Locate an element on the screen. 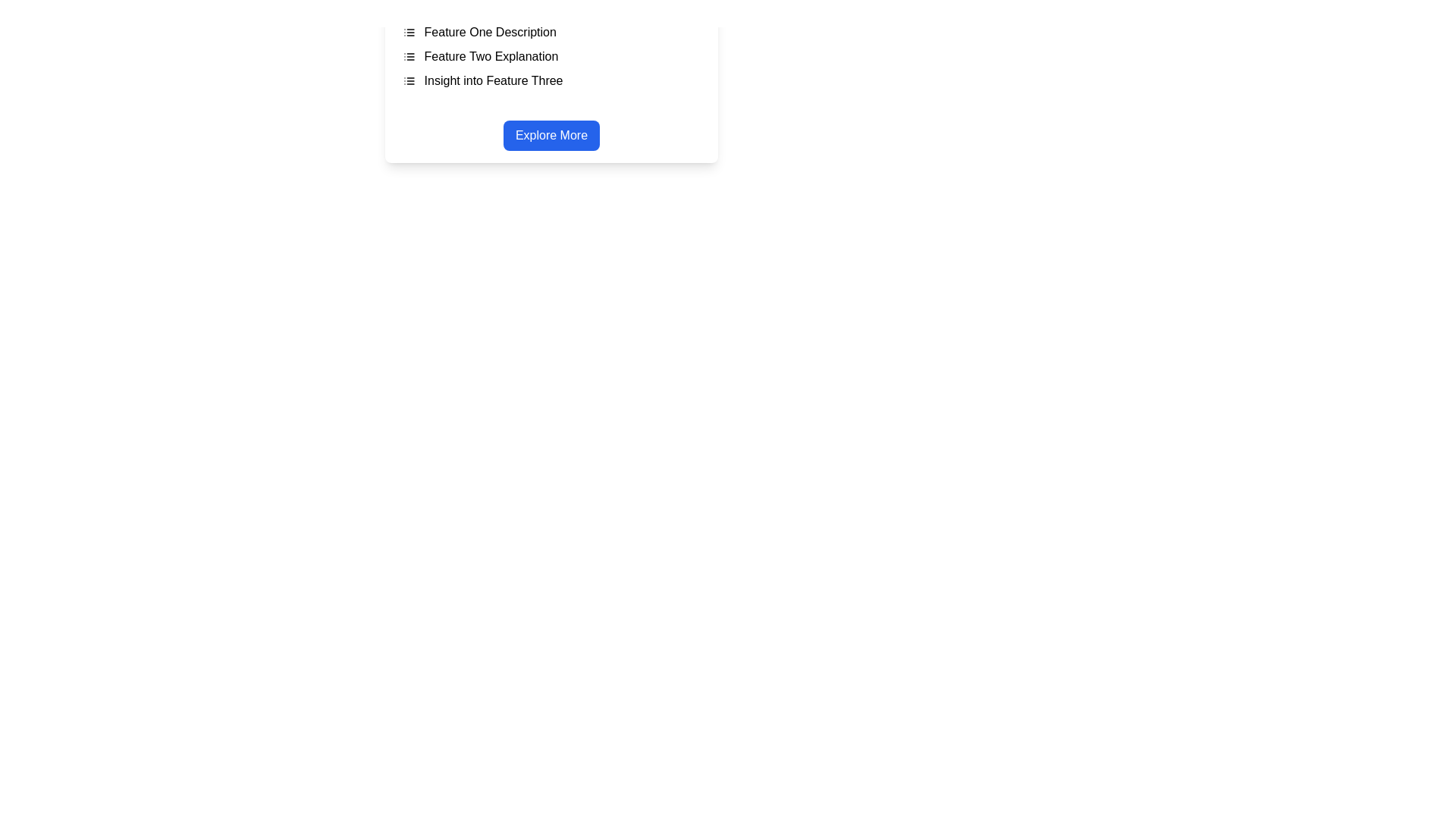 This screenshot has width=1456, height=819. the small square icon resembling a bulleted list, which has three evenly spaced horizontal lines inside it, located before the text 'Feature One Description' is located at coordinates (409, 32).